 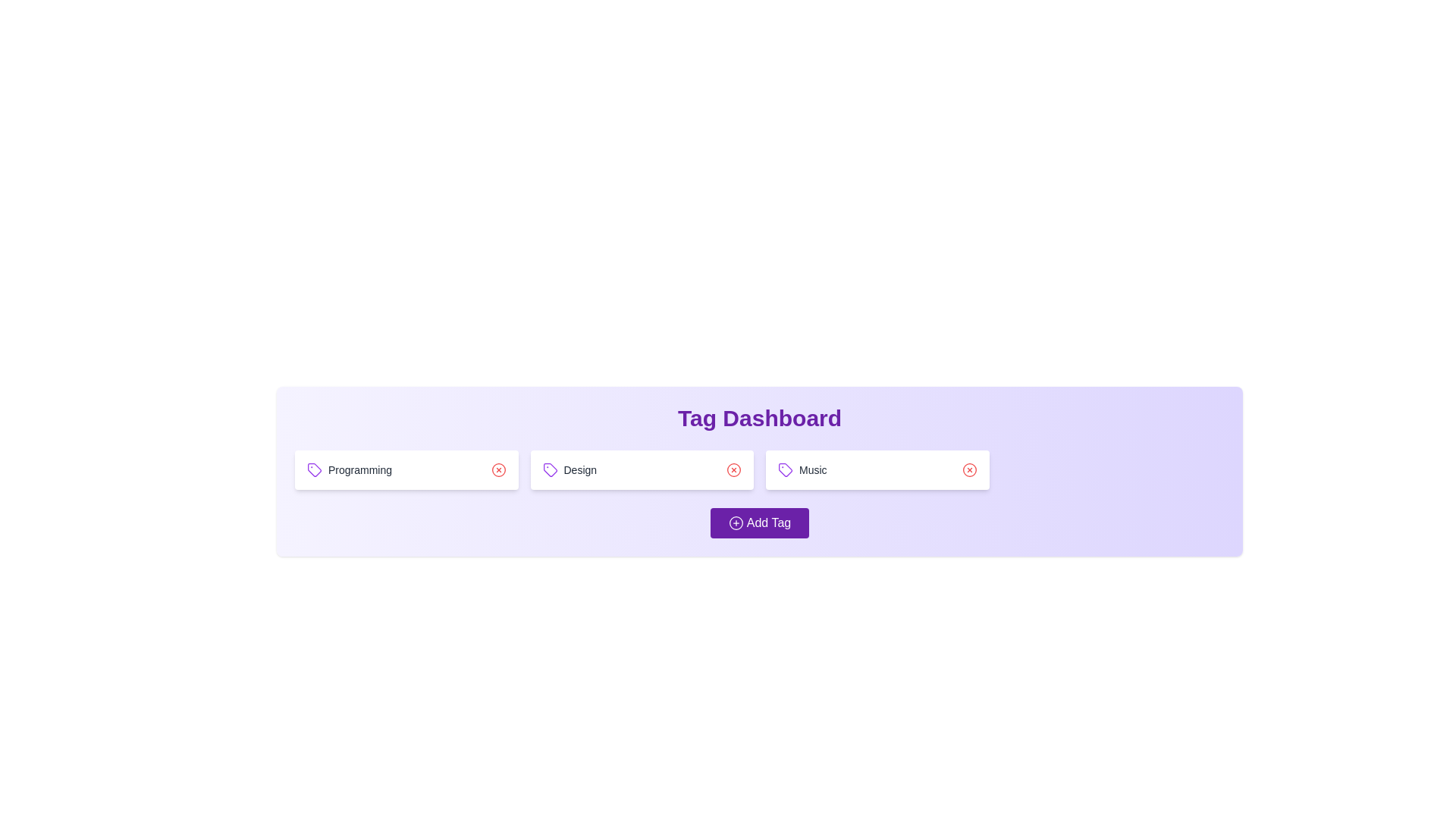 I want to click on the filled SVG Circle located inside the 'Add Tag' button at the bottom center of the interface, so click(x=736, y=522).